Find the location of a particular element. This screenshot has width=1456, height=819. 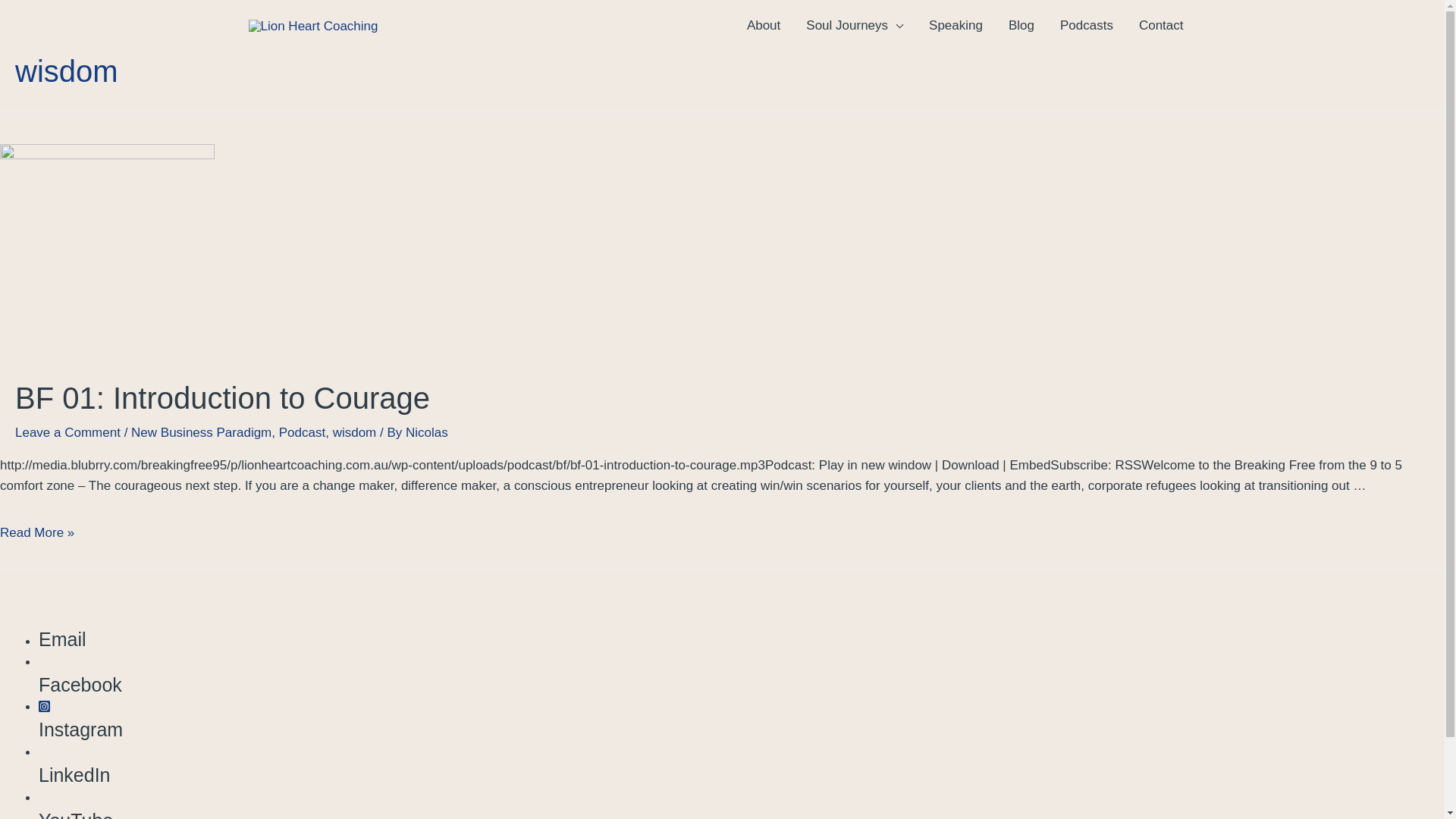

'Soul Journeys' is located at coordinates (855, 26).